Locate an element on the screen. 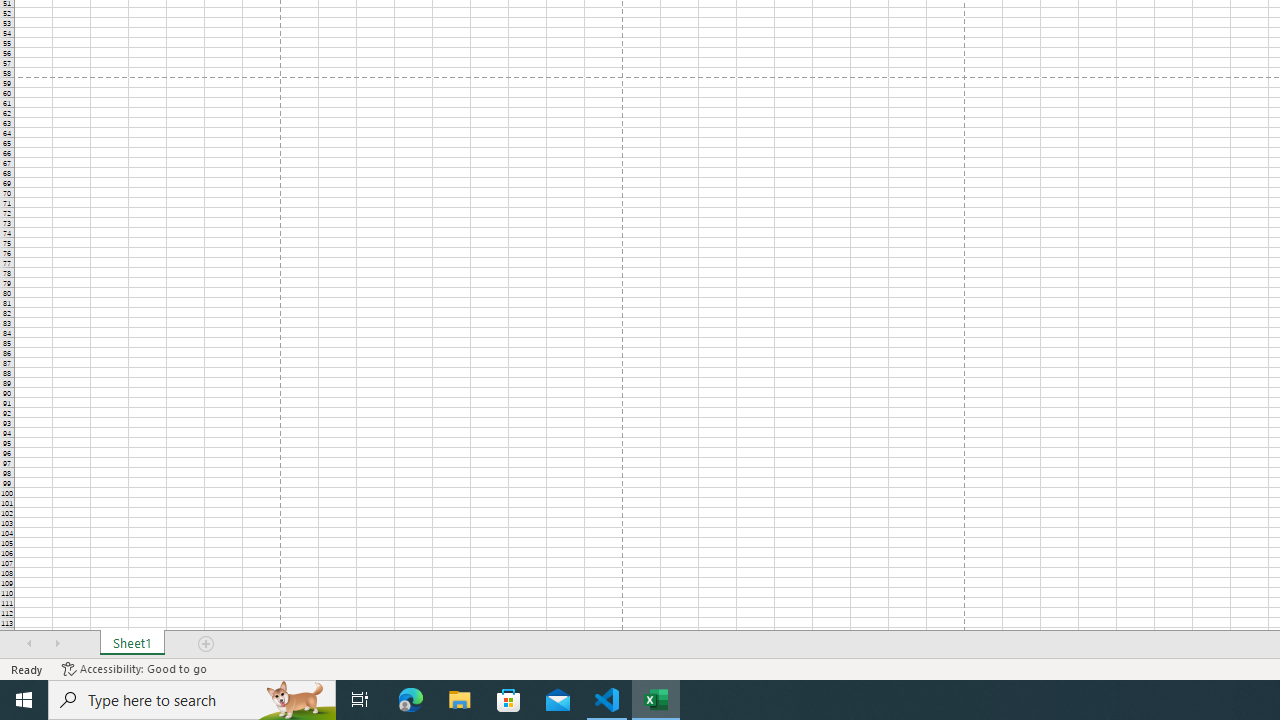 The height and width of the screenshot is (720, 1280). 'Scroll Left' is located at coordinates (29, 644).